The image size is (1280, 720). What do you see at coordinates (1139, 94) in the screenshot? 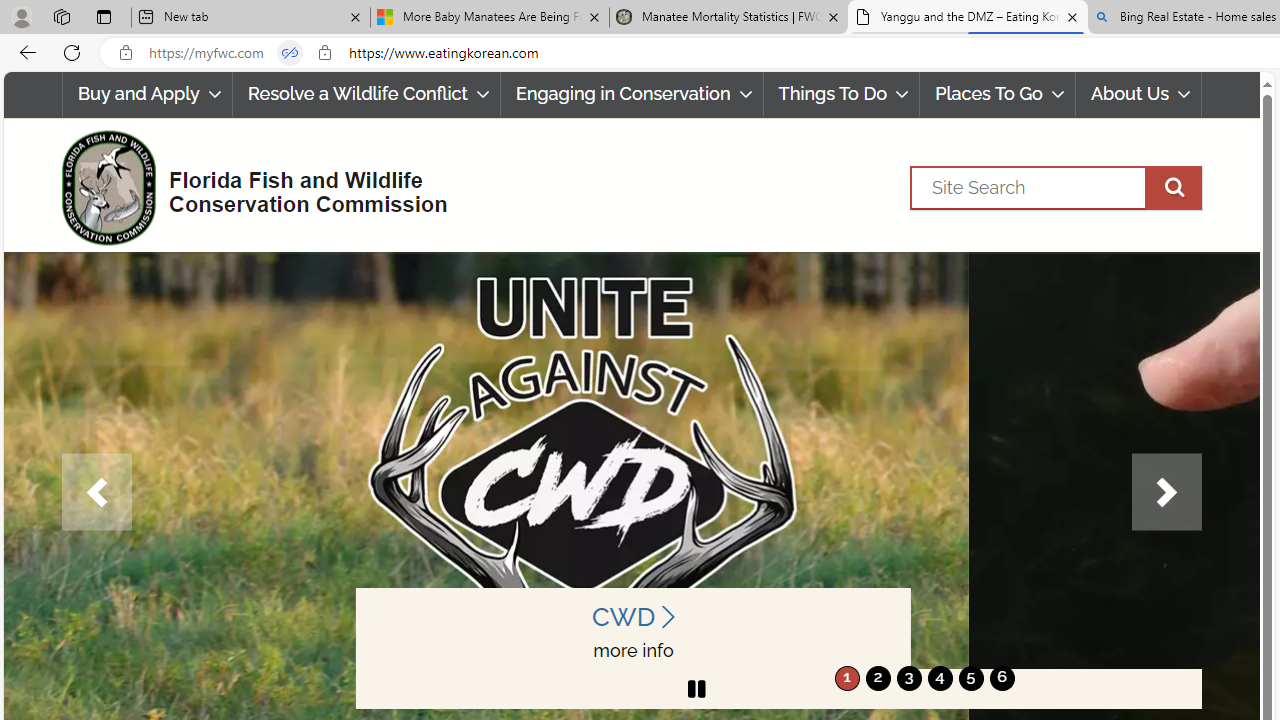
I see `'About Us'` at bounding box center [1139, 94].